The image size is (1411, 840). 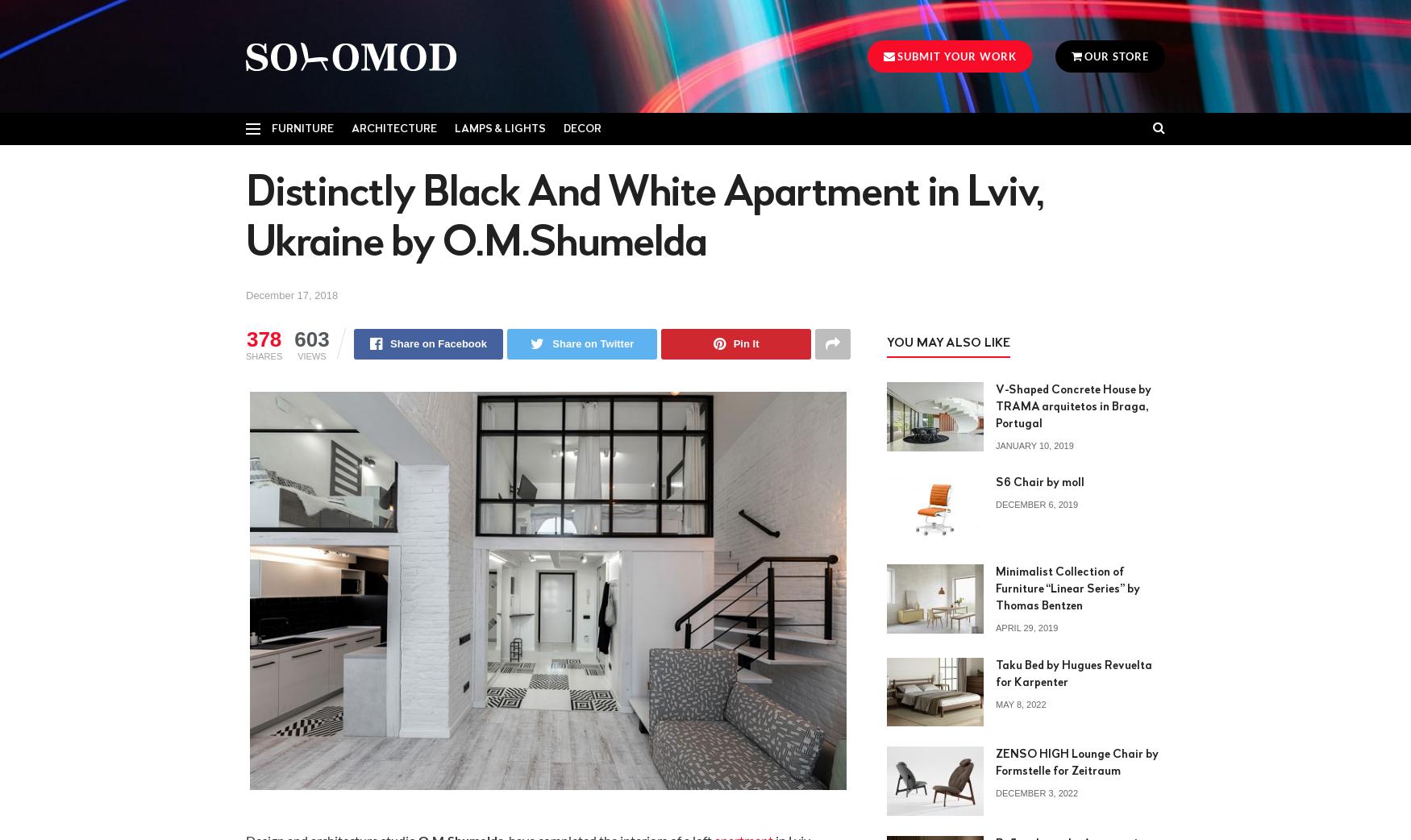 I want to click on 'Taku Bed by Hugues Revuelta for Karpenter', so click(x=995, y=673).